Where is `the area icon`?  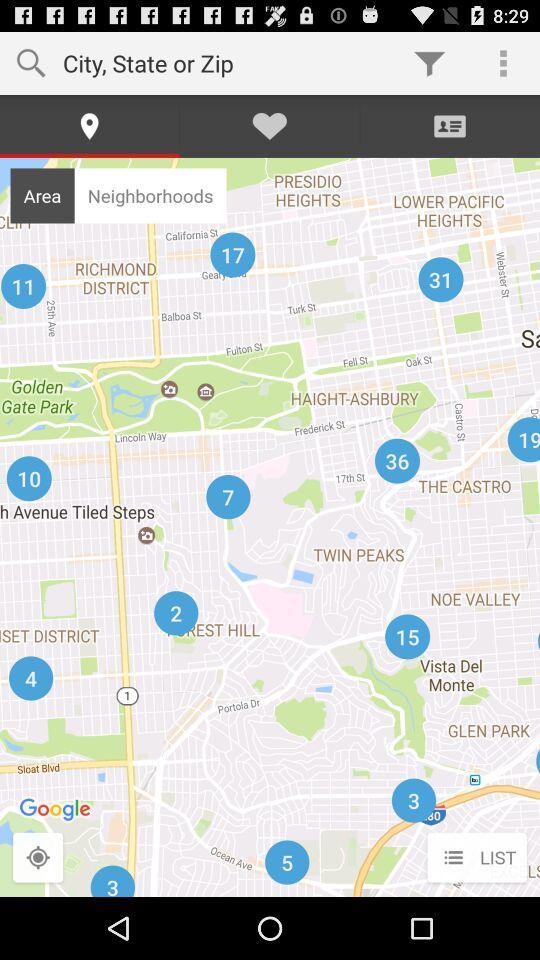
the area icon is located at coordinates (42, 195).